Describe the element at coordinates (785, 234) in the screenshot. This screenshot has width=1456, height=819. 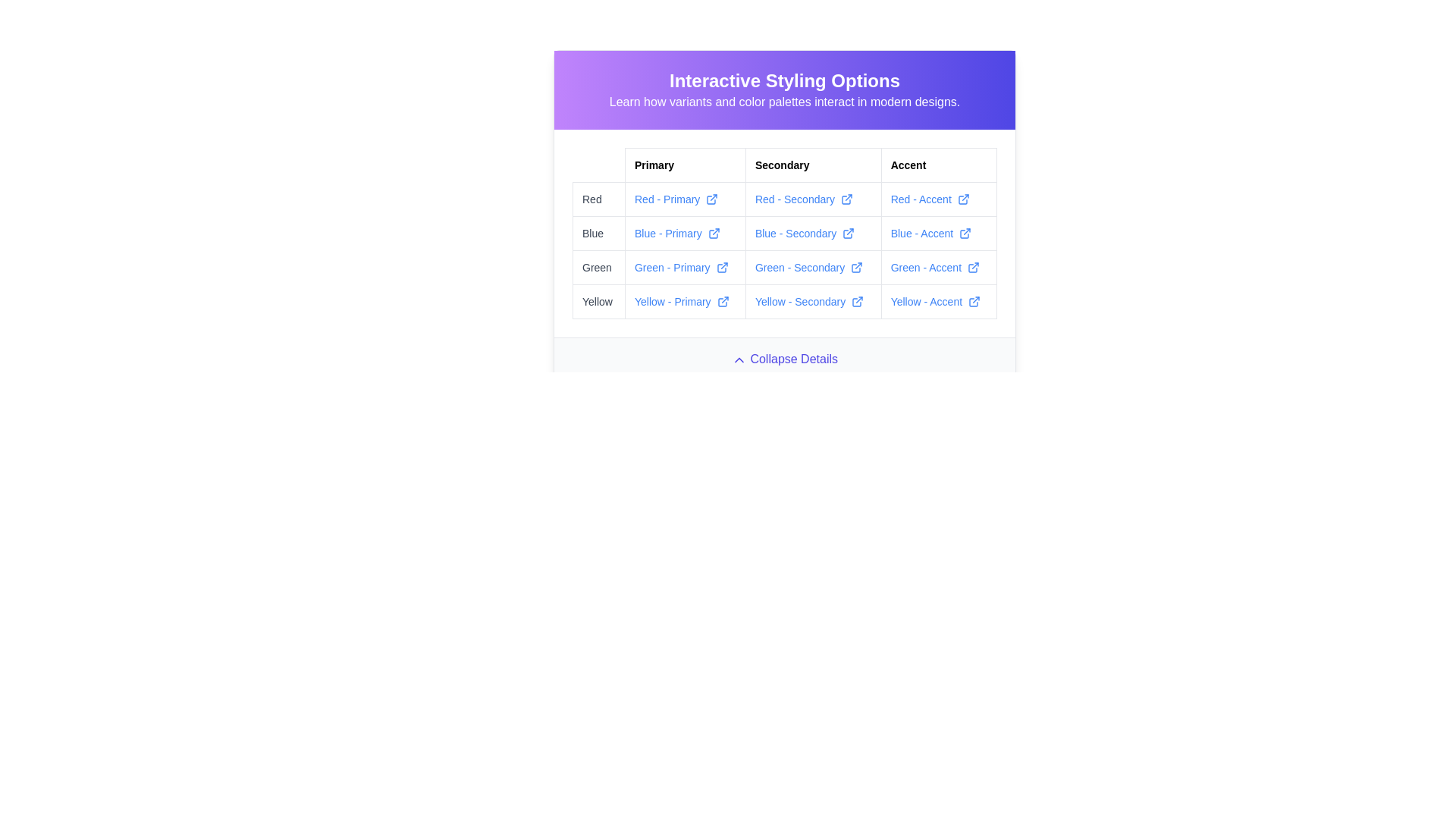
I see `the links within the structured grid component that displays color variants and their classifications, located below the 'Interactive Styling Options' header` at that location.